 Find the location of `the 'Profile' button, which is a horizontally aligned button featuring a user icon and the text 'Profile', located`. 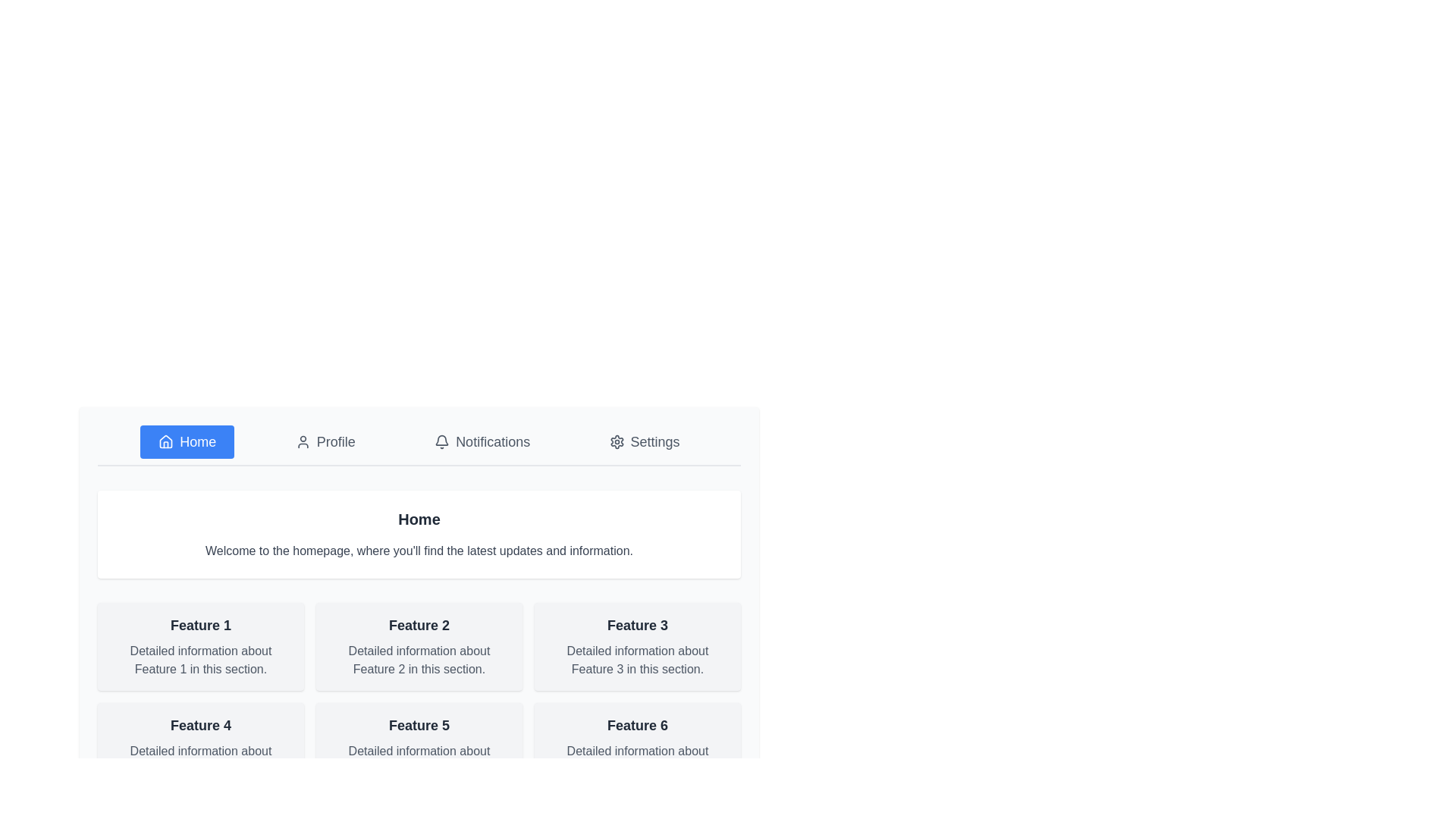

the 'Profile' button, which is a horizontally aligned button featuring a user icon and the text 'Profile', located is located at coordinates (325, 441).